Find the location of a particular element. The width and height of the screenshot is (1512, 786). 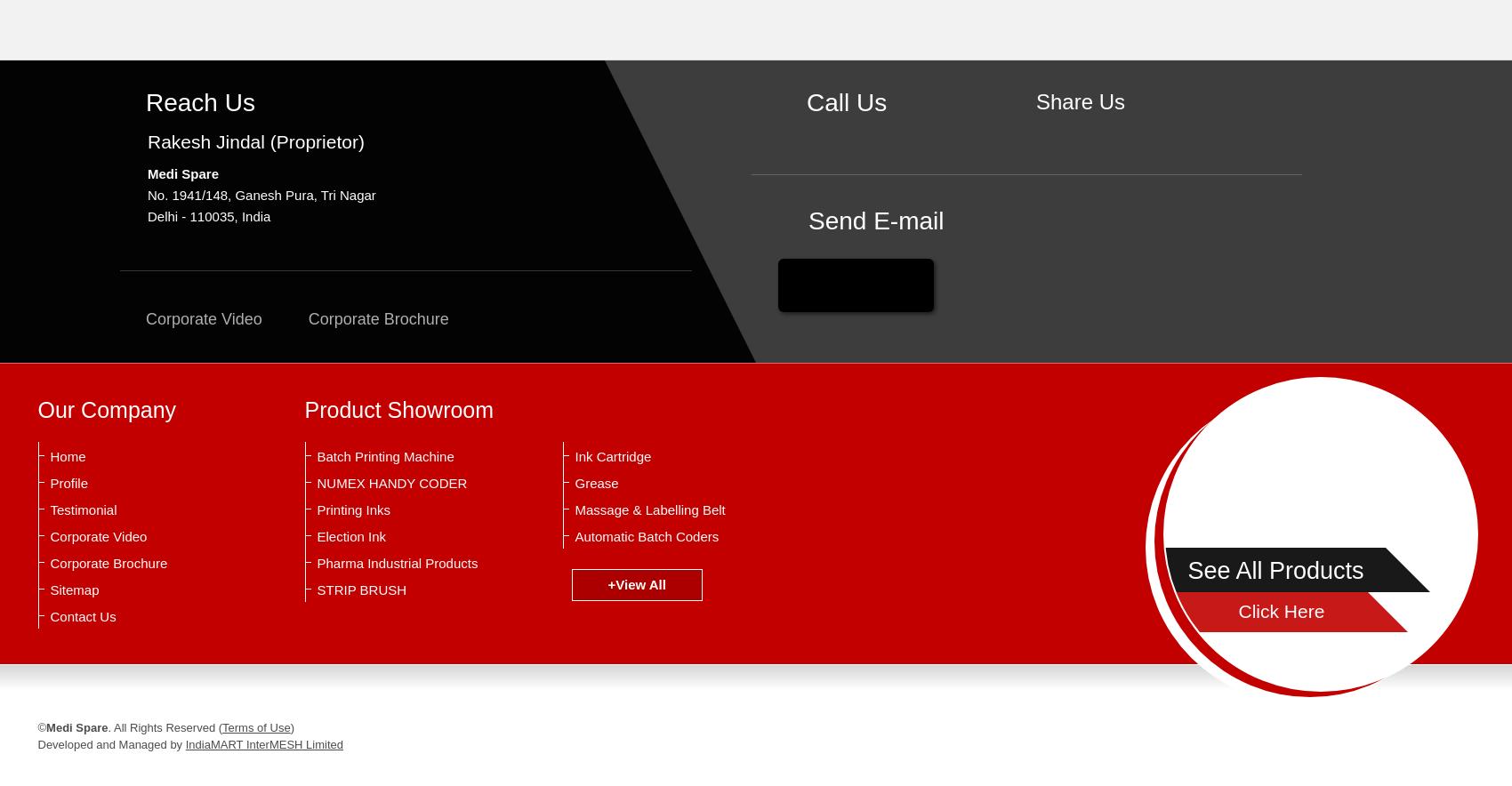

'Food Grade Grease' is located at coordinates (125, 275).